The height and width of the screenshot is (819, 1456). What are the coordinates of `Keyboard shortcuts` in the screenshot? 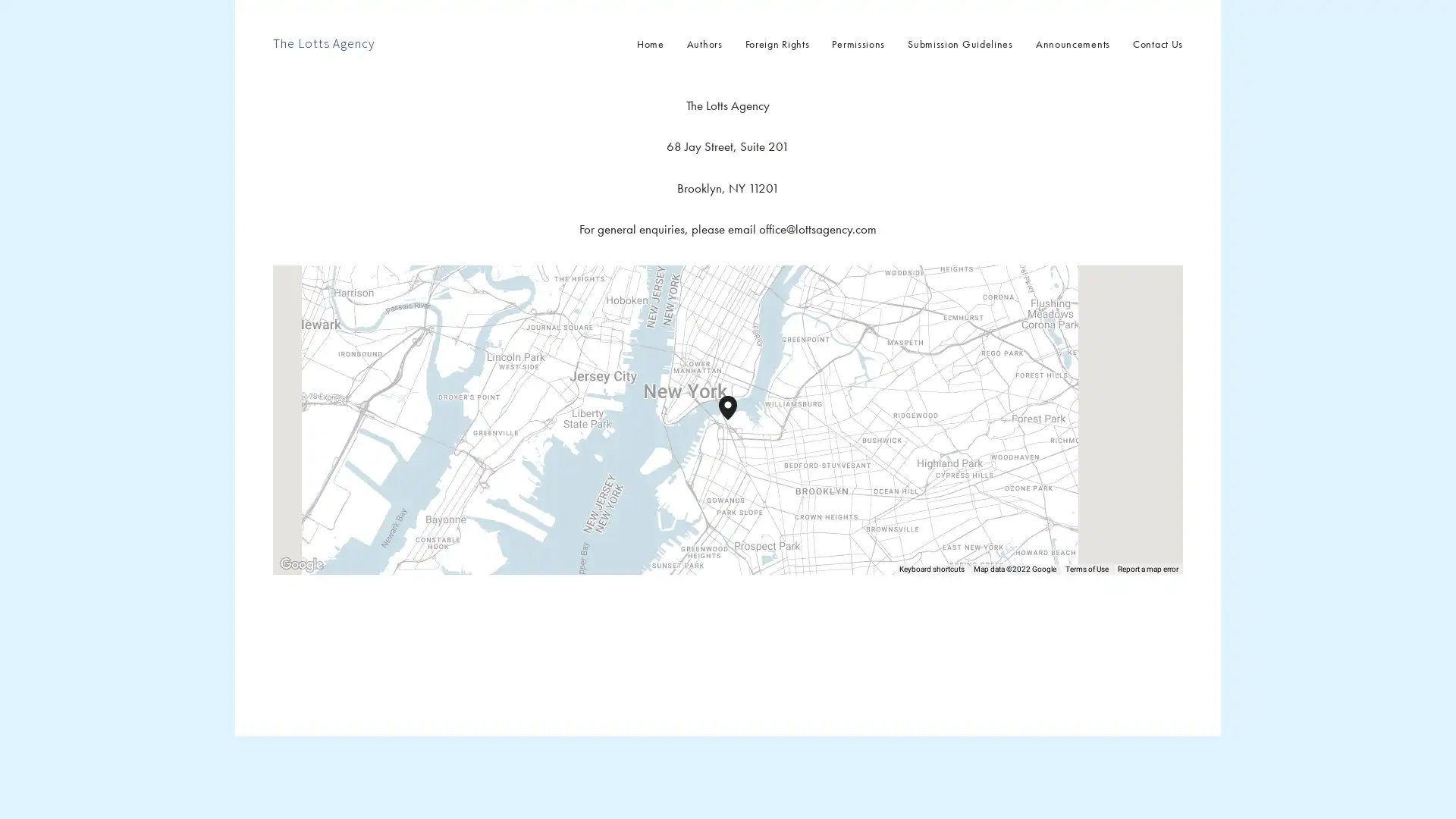 It's located at (930, 570).